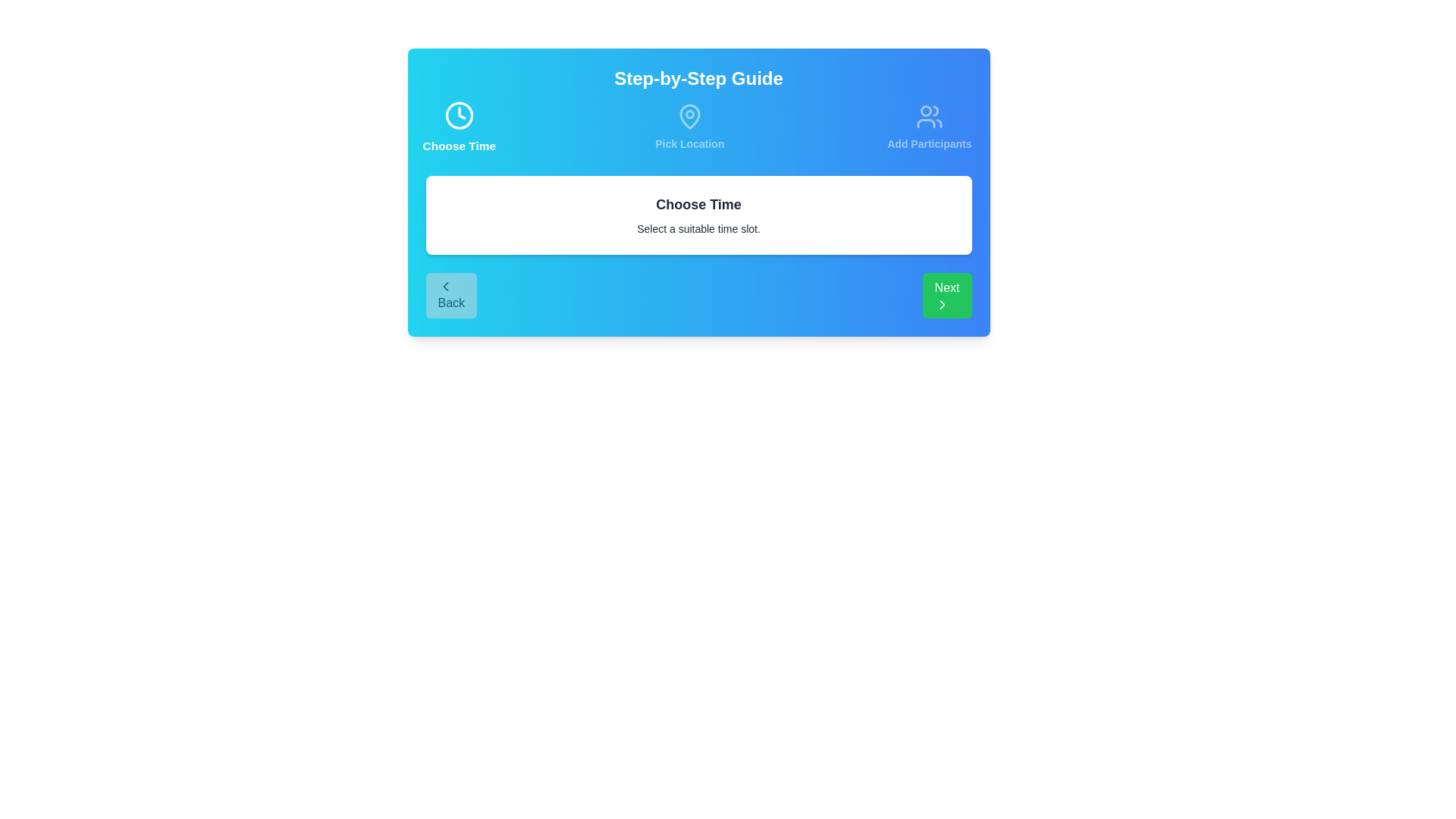  What do you see at coordinates (928, 127) in the screenshot?
I see `the step title Add Participants to view its details` at bounding box center [928, 127].